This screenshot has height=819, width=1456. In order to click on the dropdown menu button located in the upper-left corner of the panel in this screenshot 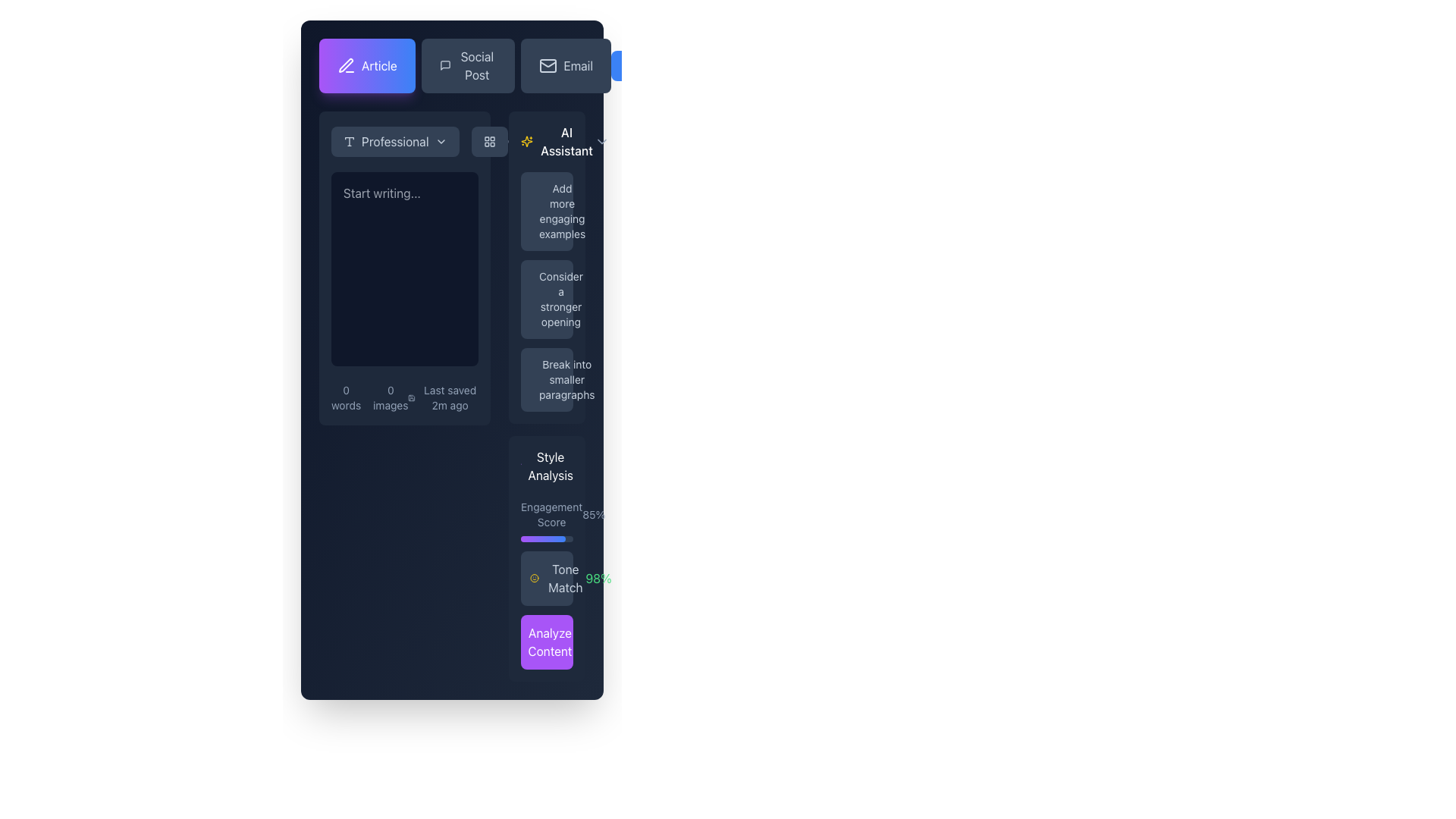, I will do `click(395, 141)`.